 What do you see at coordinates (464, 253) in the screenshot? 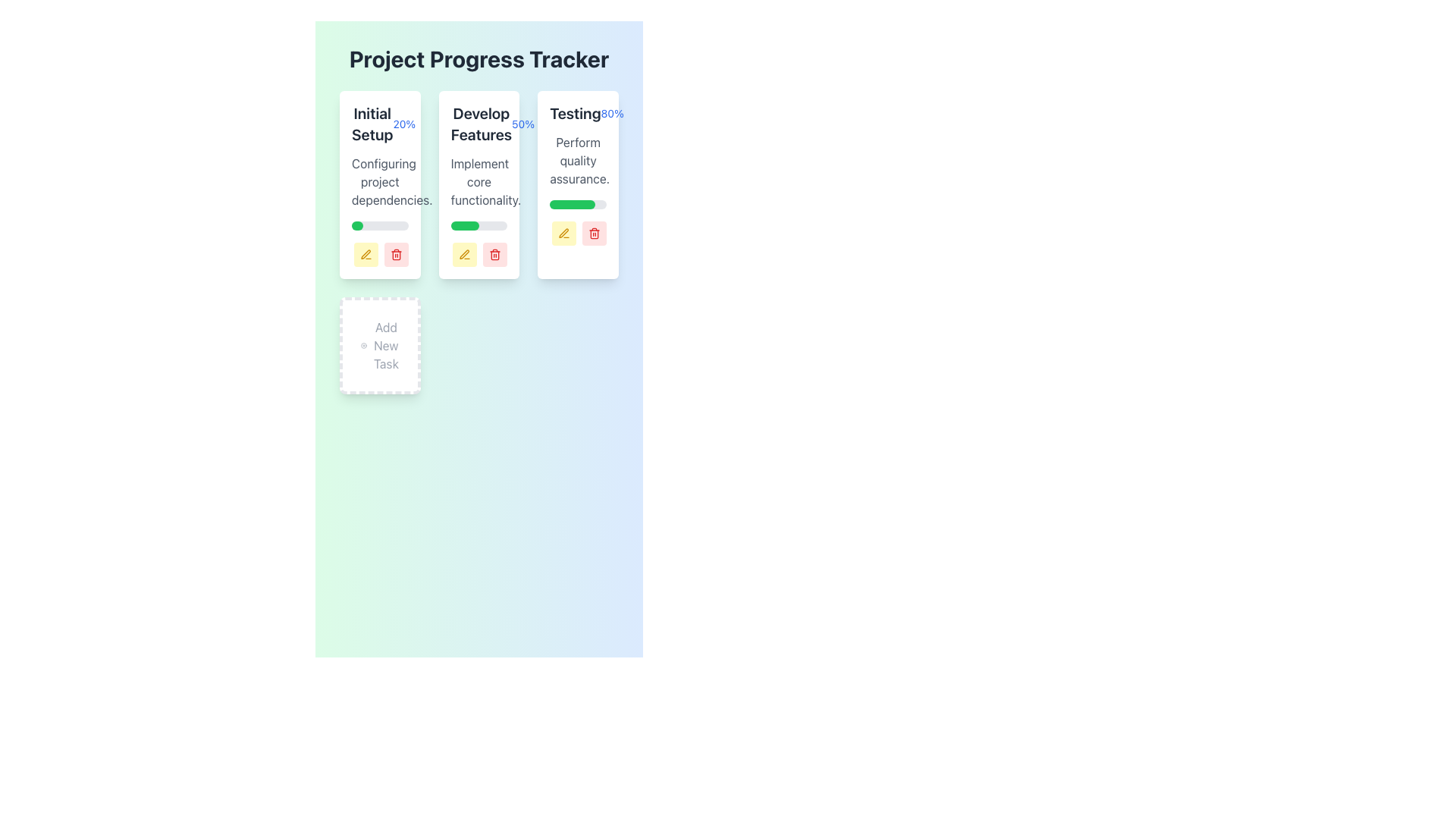
I see `the yellow pen icon button located in the third task card titled 'Testing'` at bounding box center [464, 253].